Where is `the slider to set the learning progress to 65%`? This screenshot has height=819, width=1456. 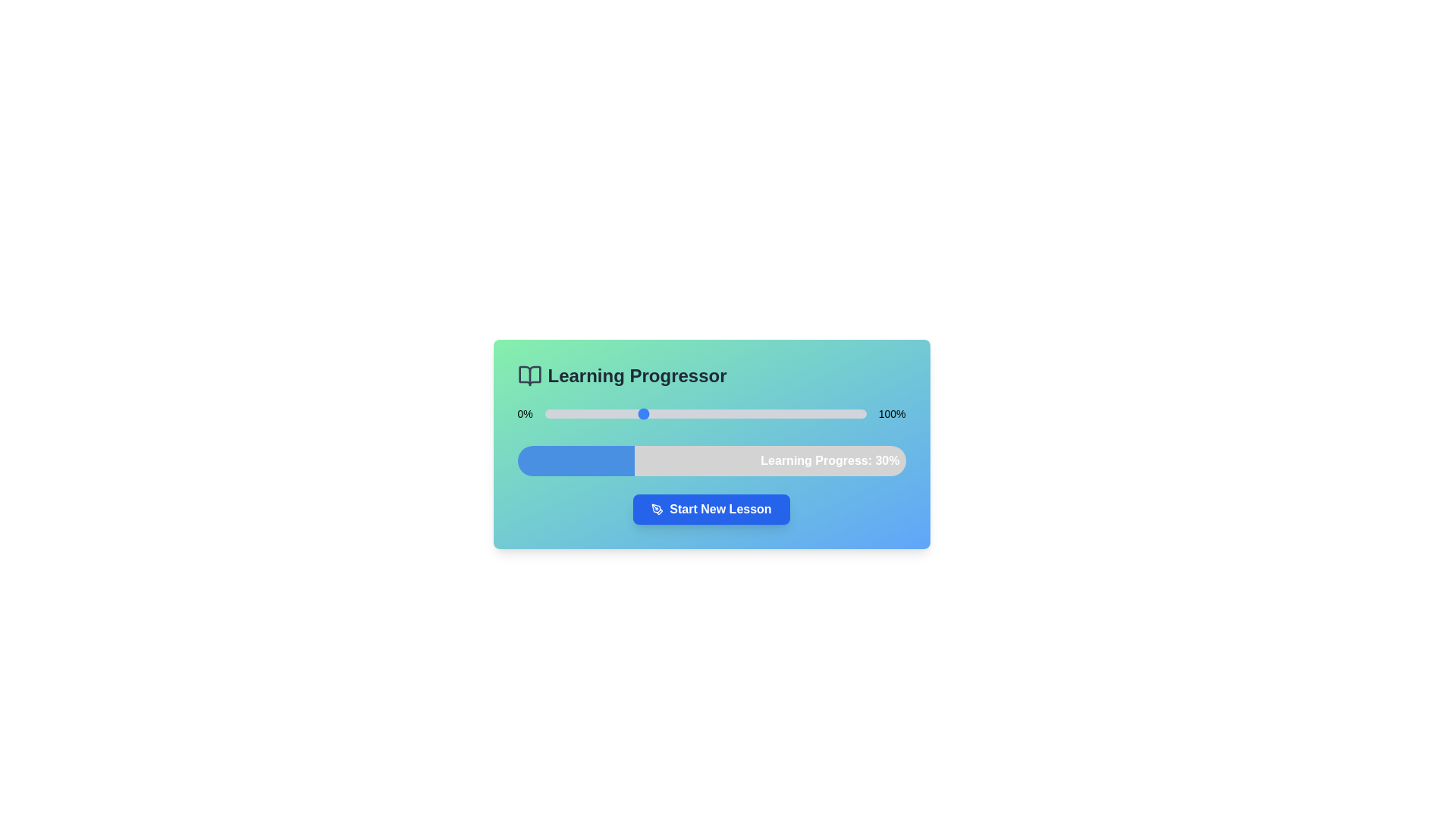
the slider to set the learning progress to 65% is located at coordinates (754, 414).